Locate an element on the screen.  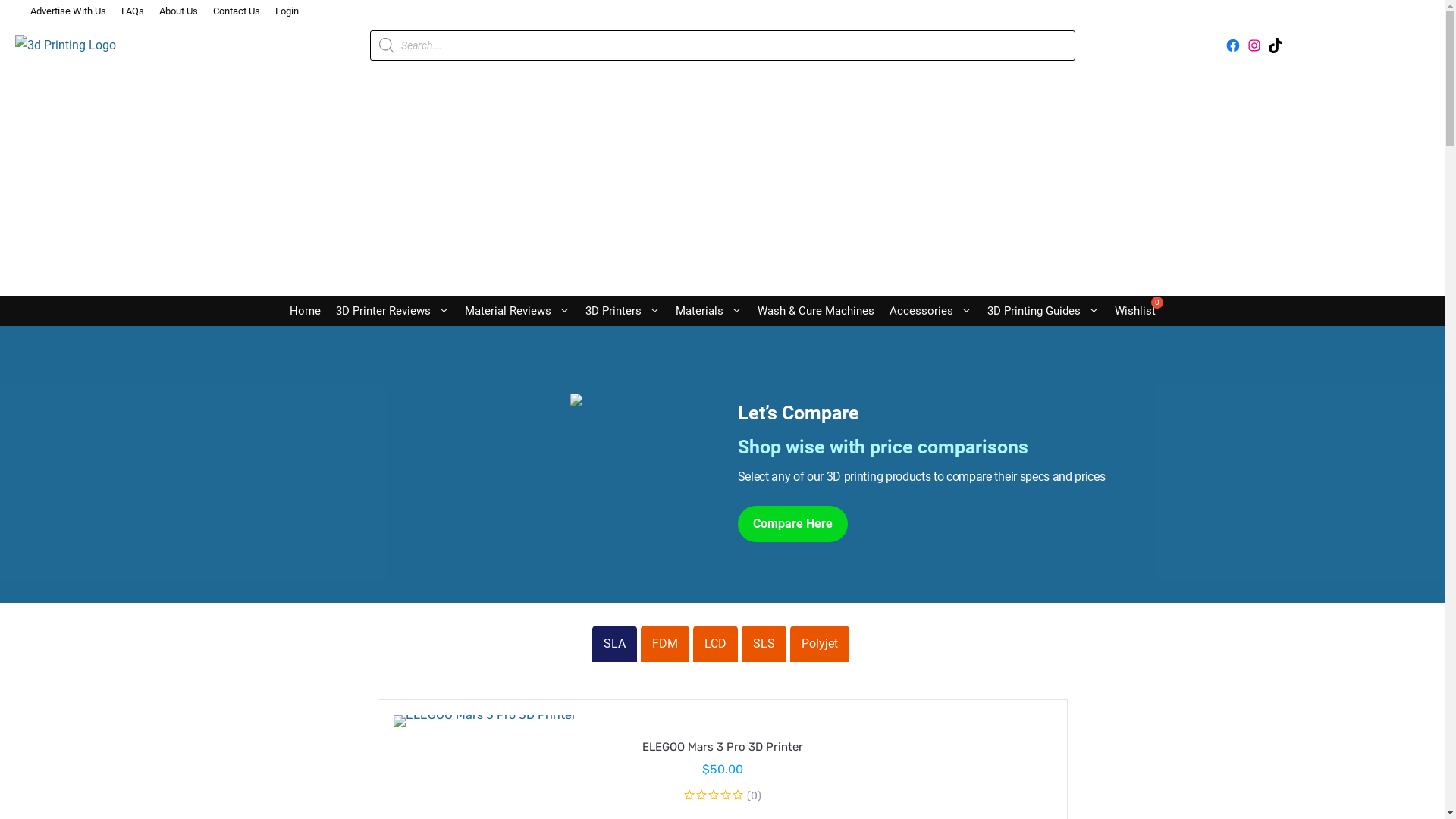
'Wash & Cure Machines' is located at coordinates (749, 309).